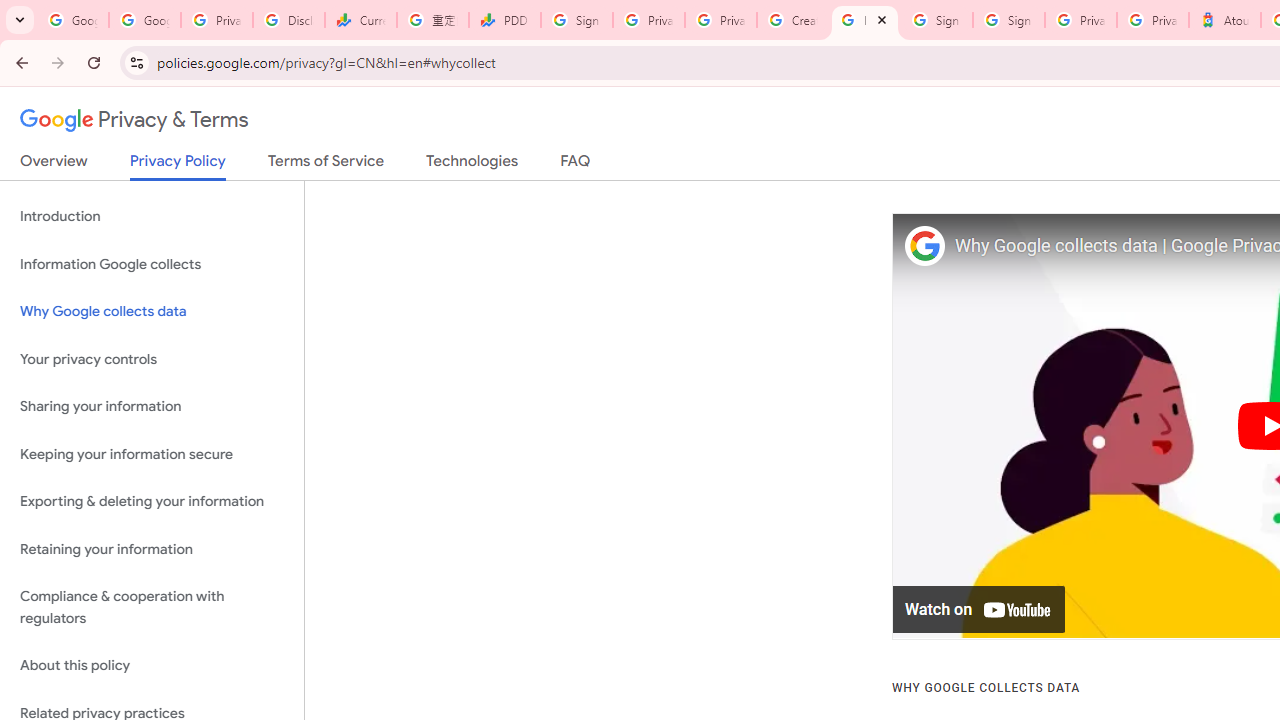 The image size is (1280, 720). What do you see at coordinates (935, 20) in the screenshot?
I see `'Sign in - Google Accounts'` at bounding box center [935, 20].